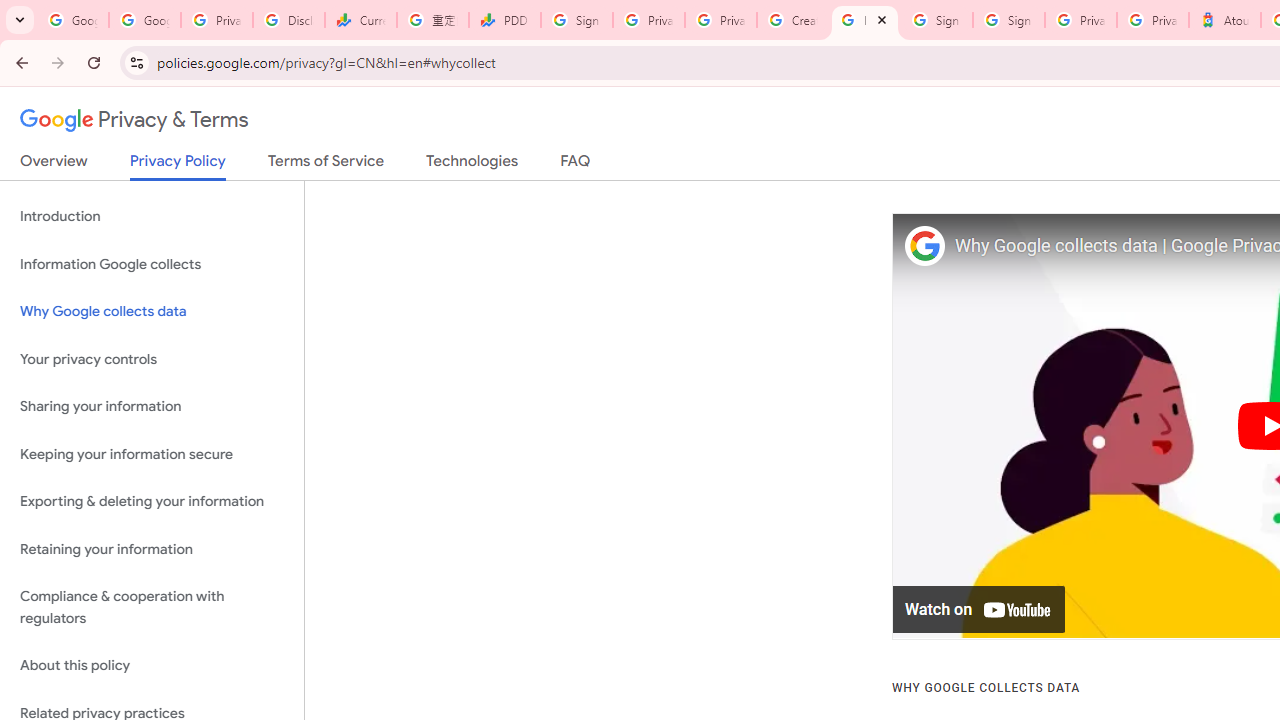 The image size is (1280, 720). What do you see at coordinates (935, 20) in the screenshot?
I see `'Sign in - Google Accounts'` at bounding box center [935, 20].